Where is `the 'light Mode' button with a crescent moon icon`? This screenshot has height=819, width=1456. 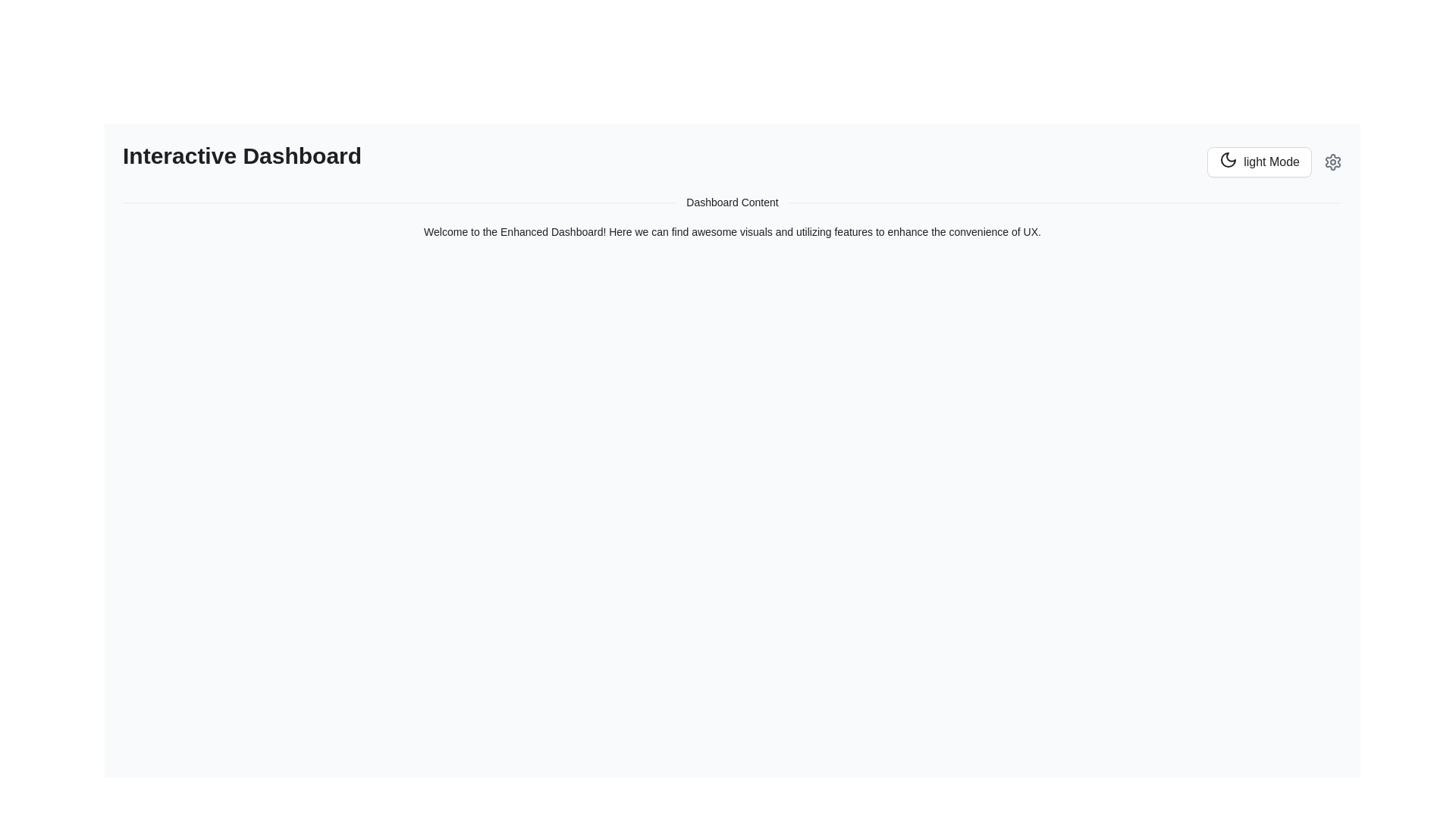 the 'light Mode' button with a crescent moon icon is located at coordinates (1260, 162).